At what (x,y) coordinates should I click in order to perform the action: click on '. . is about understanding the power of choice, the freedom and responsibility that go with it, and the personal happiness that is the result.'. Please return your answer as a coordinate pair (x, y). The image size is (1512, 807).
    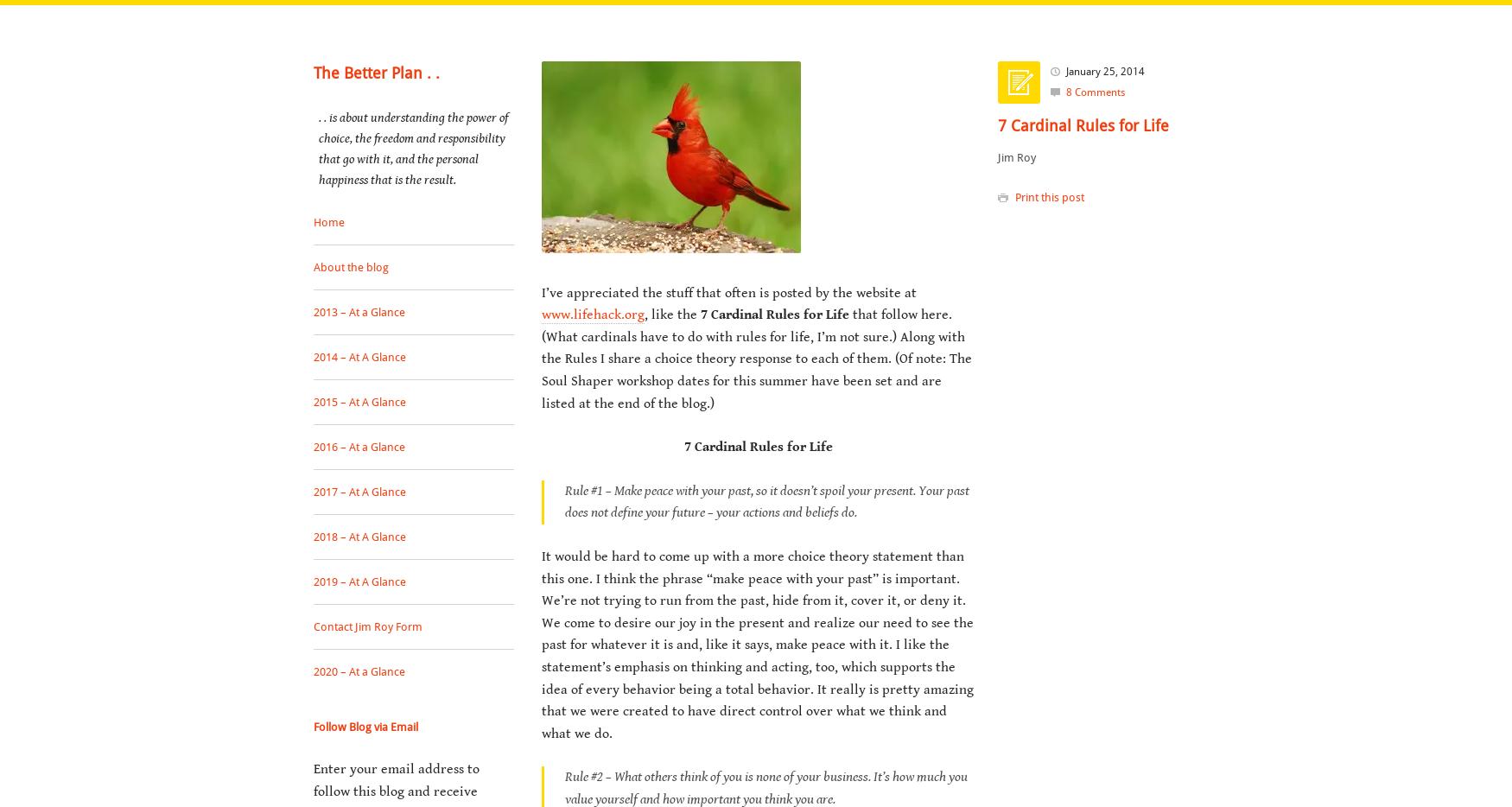
    Looking at the image, I should click on (319, 148).